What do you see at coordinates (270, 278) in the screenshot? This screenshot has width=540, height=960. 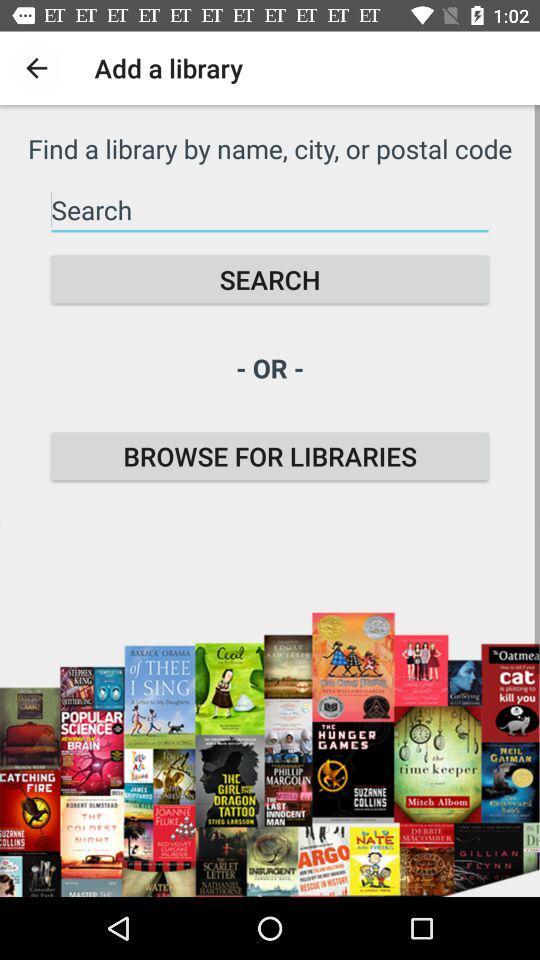 I see `search` at bounding box center [270, 278].